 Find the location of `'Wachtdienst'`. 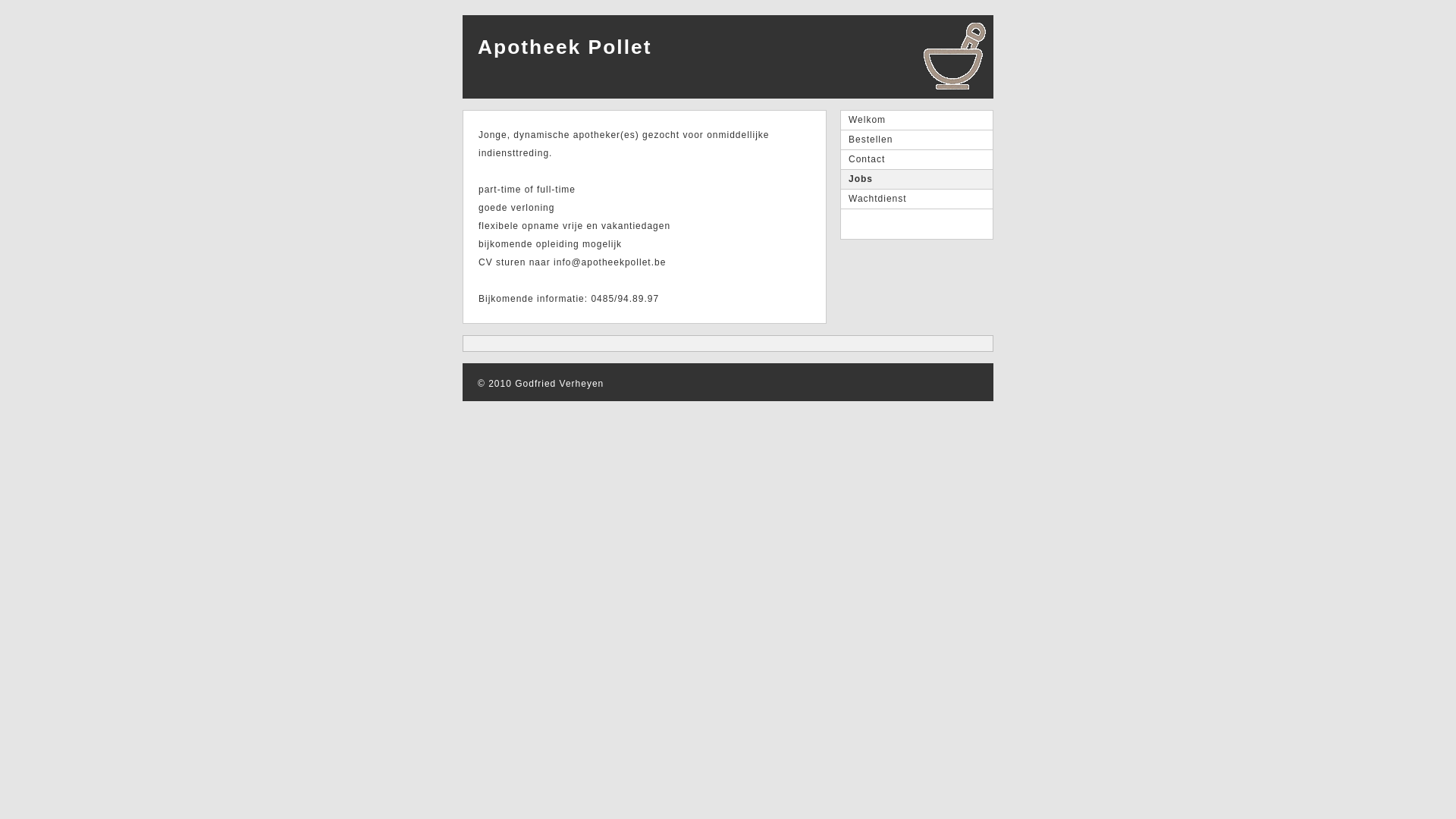

'Wachtdienst' is located at coordinates (839, 198).